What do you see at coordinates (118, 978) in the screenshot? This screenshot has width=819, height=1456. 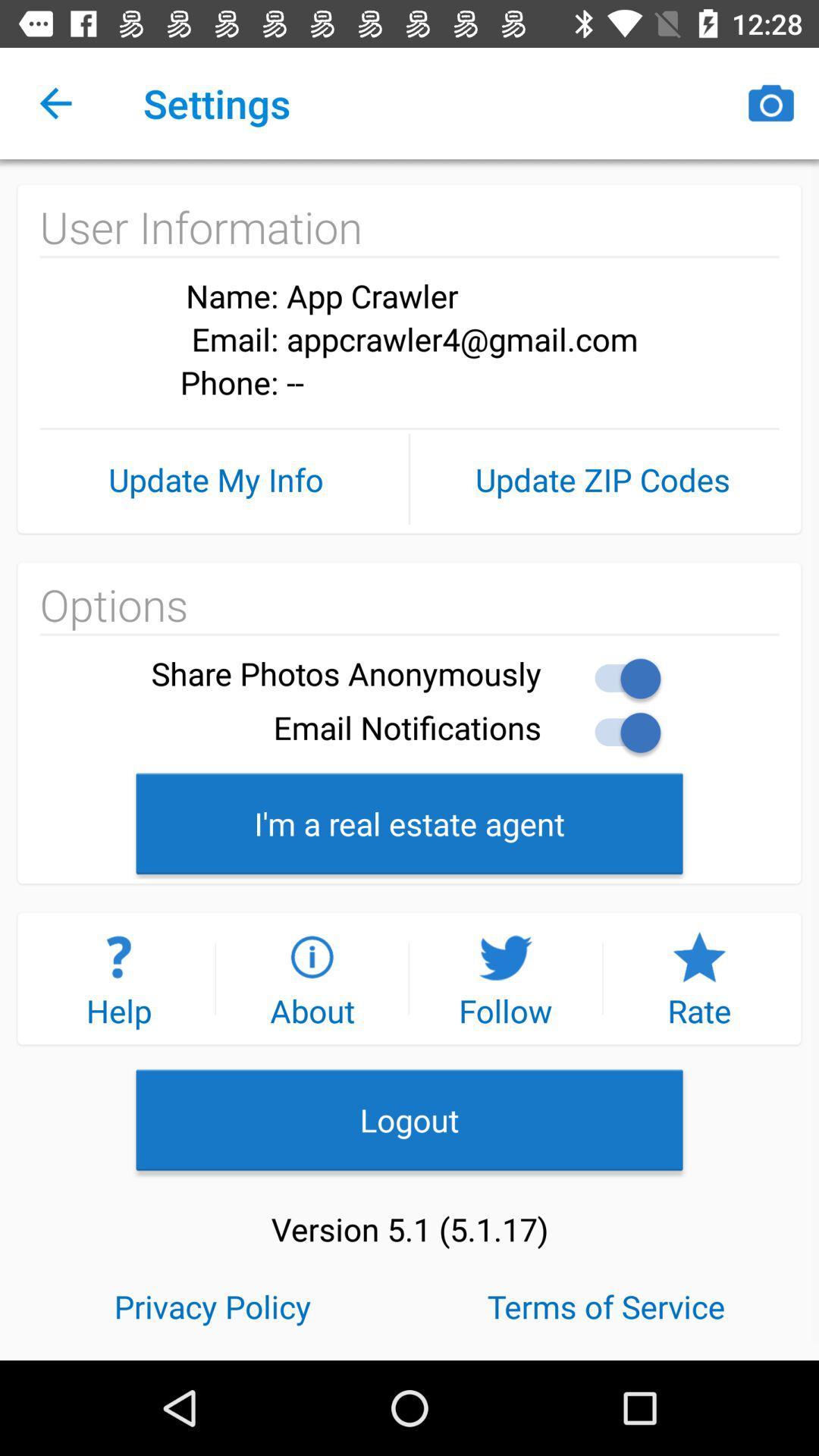 I see `item above logout` at bounding box center [118, 978].